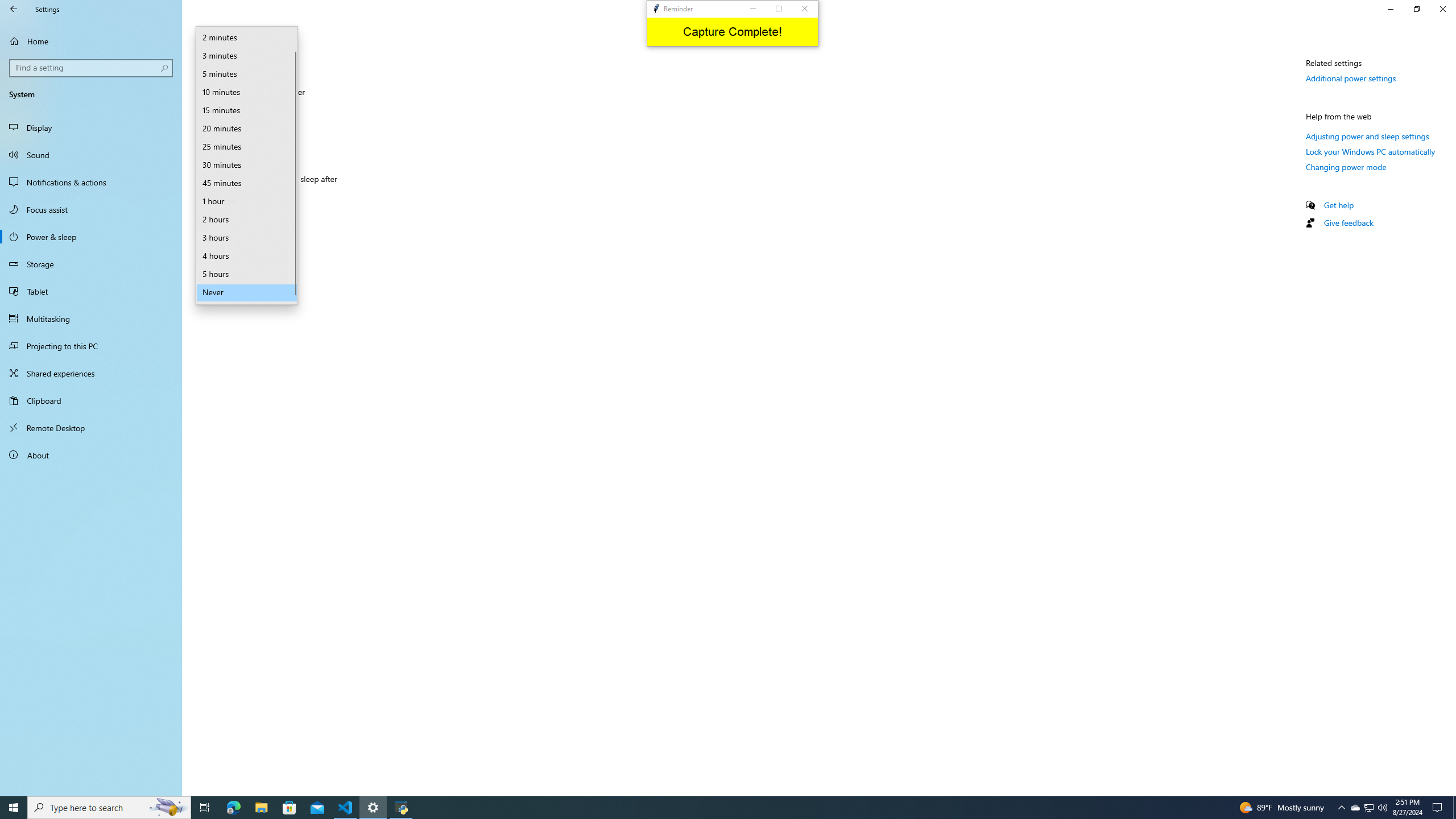 Image resolution: width=1456 pixels, height=819 pixels. What do you see at coordinates (246, 111) in the screenshot?
I see `'15 minutes'` at bounding box center [246, 111].